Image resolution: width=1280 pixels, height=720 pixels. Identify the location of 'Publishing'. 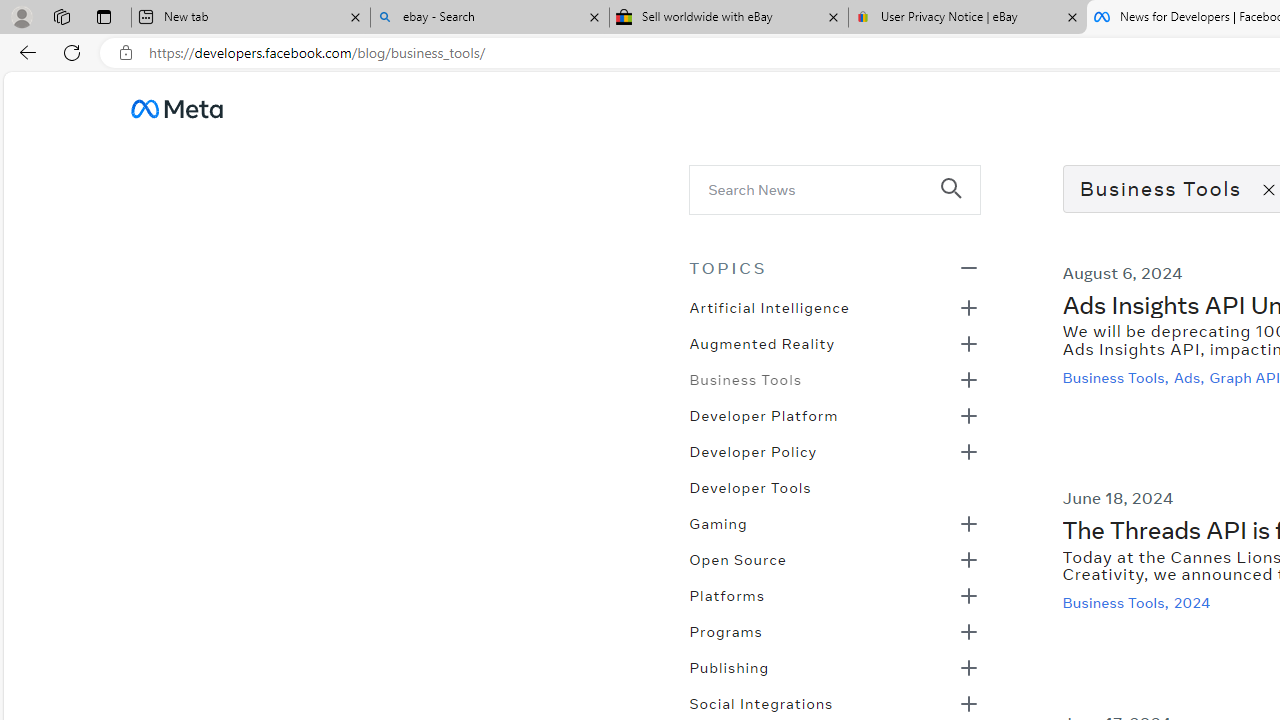
(728, 666).